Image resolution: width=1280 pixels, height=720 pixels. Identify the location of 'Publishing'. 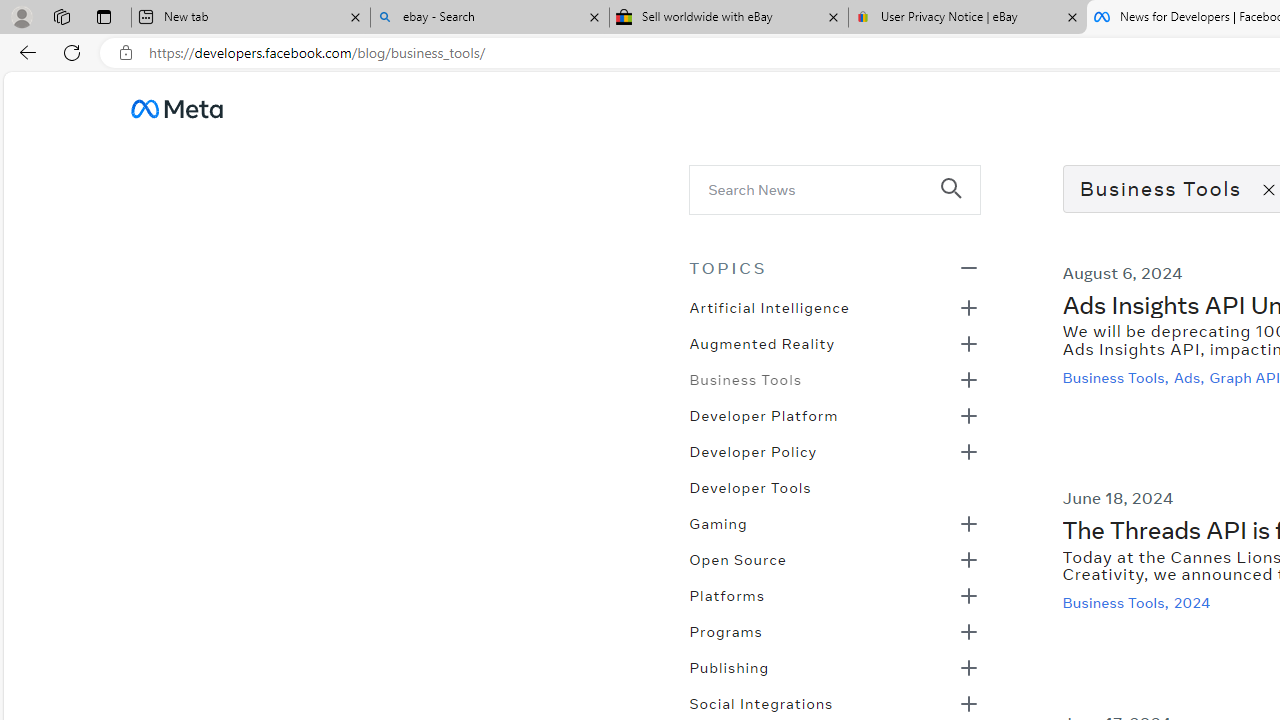
(728, 666).